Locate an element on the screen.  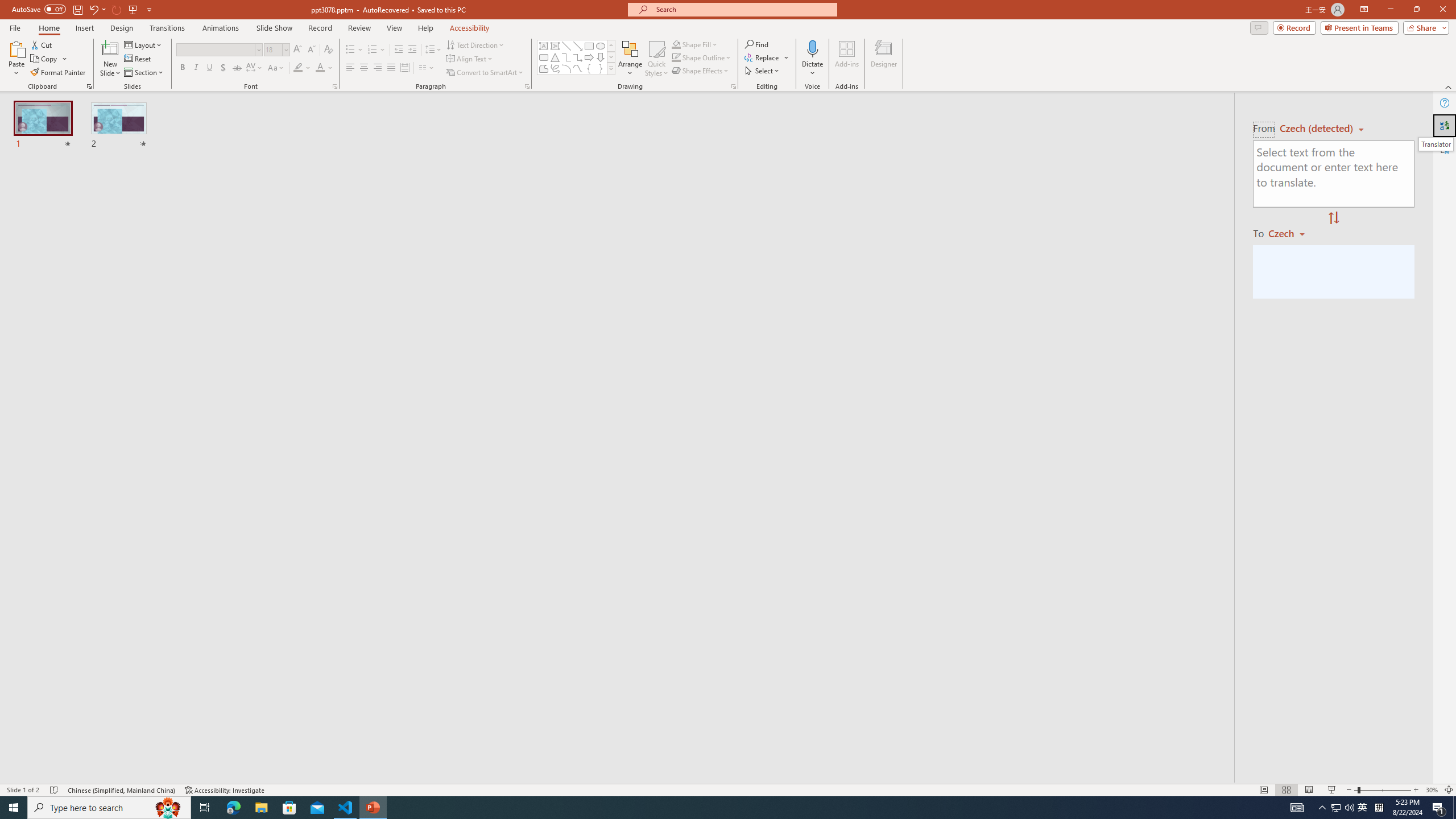
'Arrow: Right' is located at coordinates (589, 56).